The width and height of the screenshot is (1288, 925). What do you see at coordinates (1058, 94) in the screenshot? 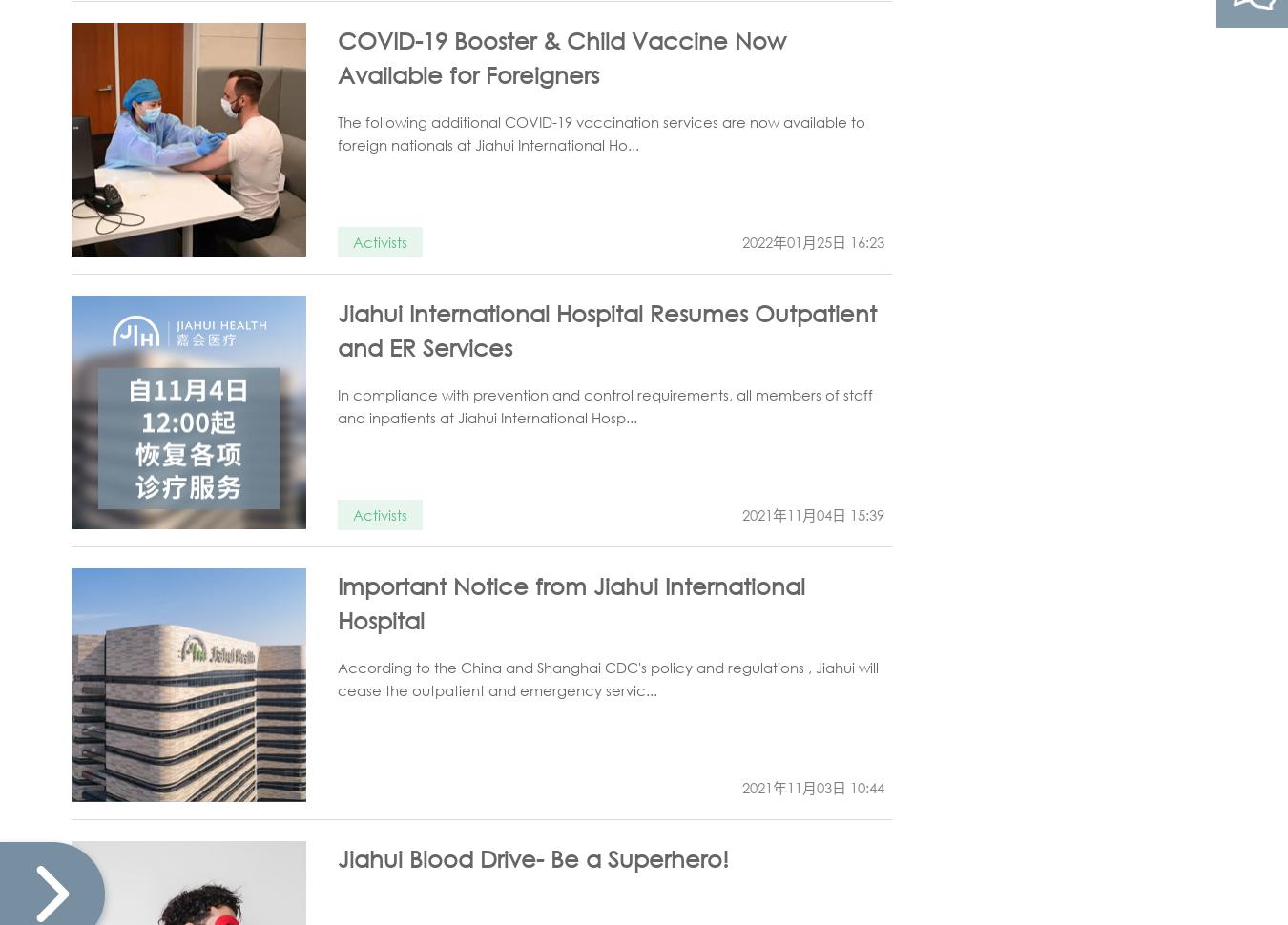
I see `'Scan the QR code to follow'` at bounding box center [1058, 94].